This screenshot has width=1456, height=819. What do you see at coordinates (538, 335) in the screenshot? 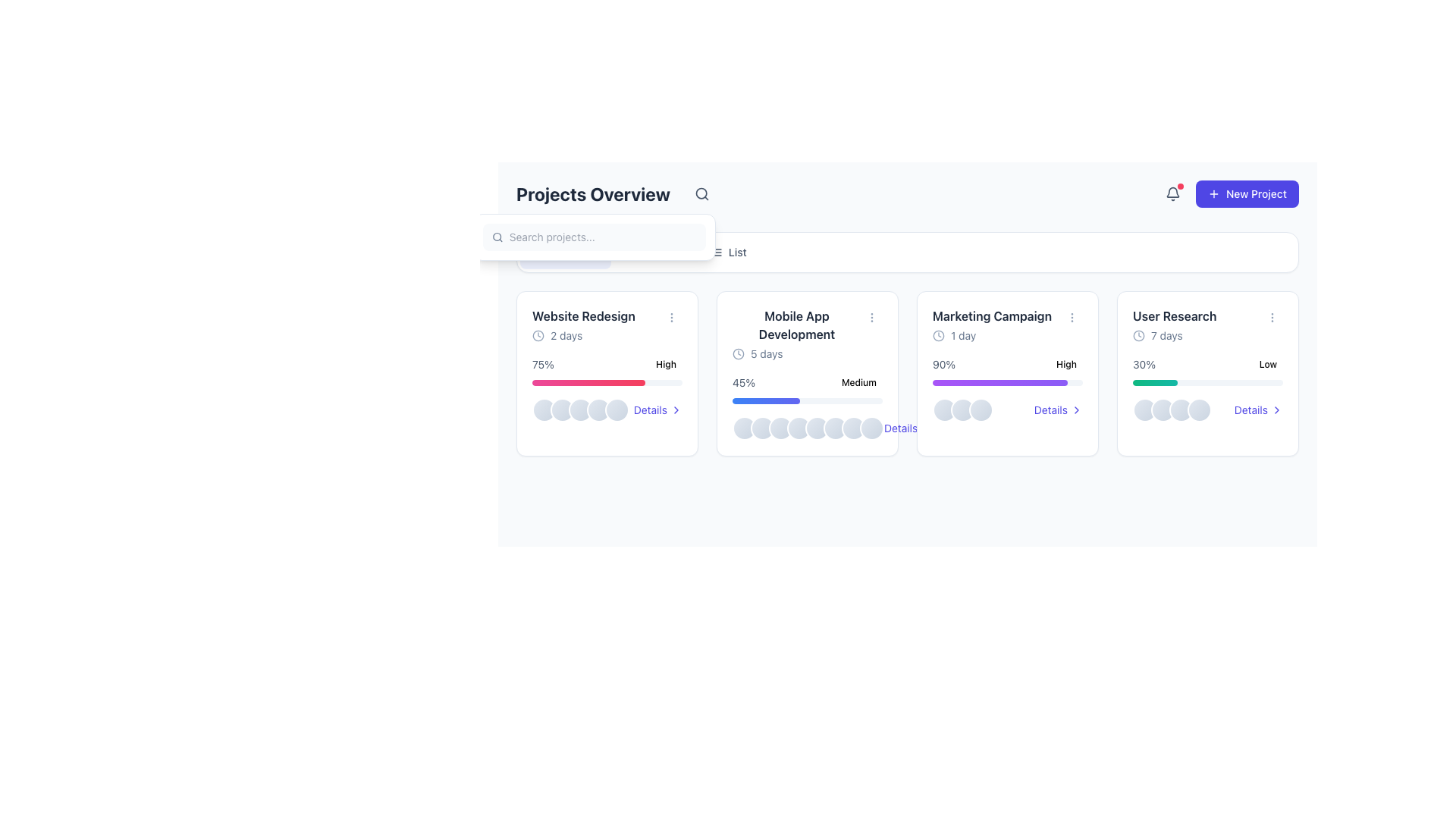
I see `the inner circle of the clock icon located near the top-right corner of the UI, adjacent to the 'Projects Overview' text` at bounding box center [538, 335].